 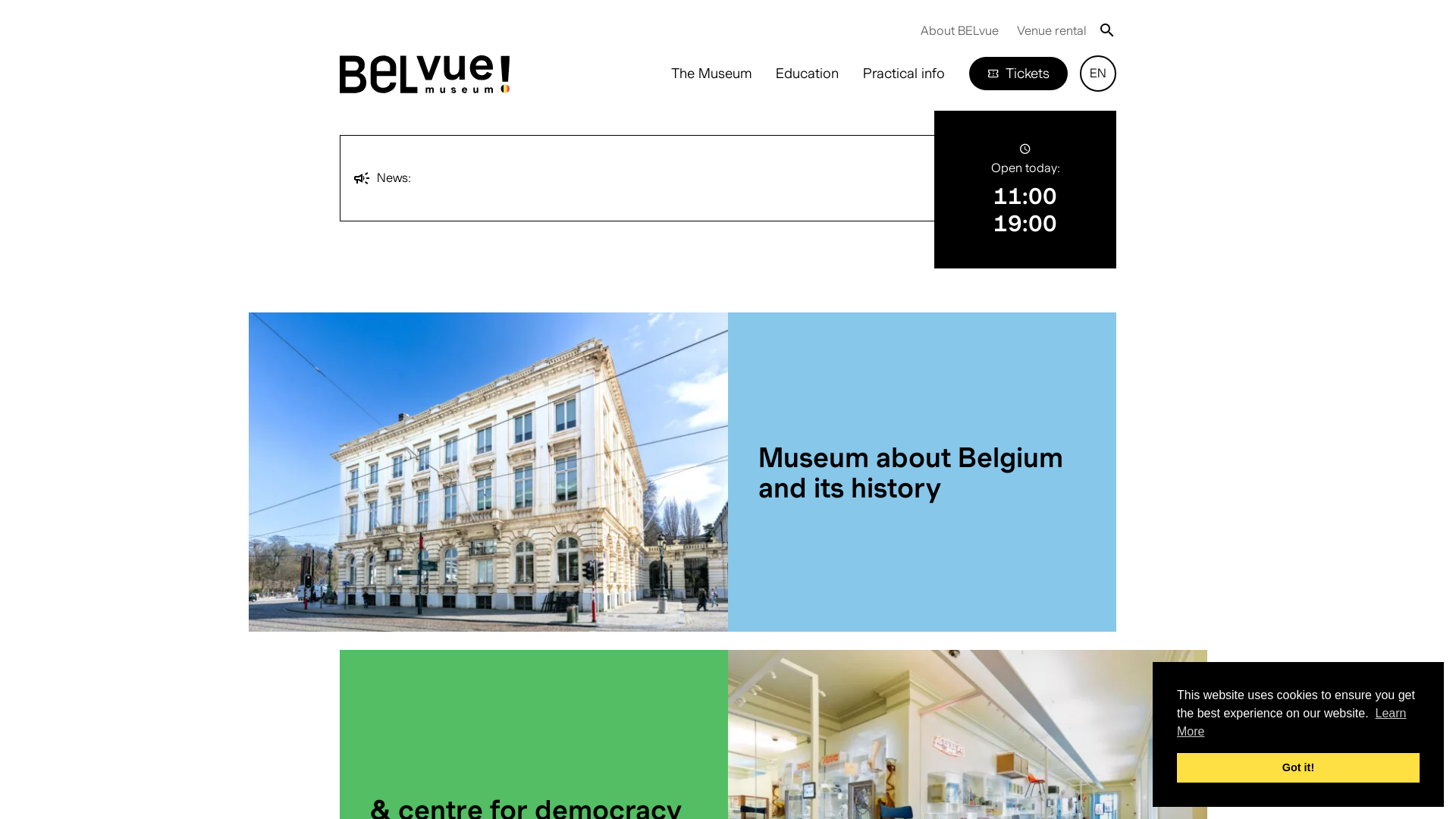 I want to click on 'Venue rental', so click(x=1050, y=30).